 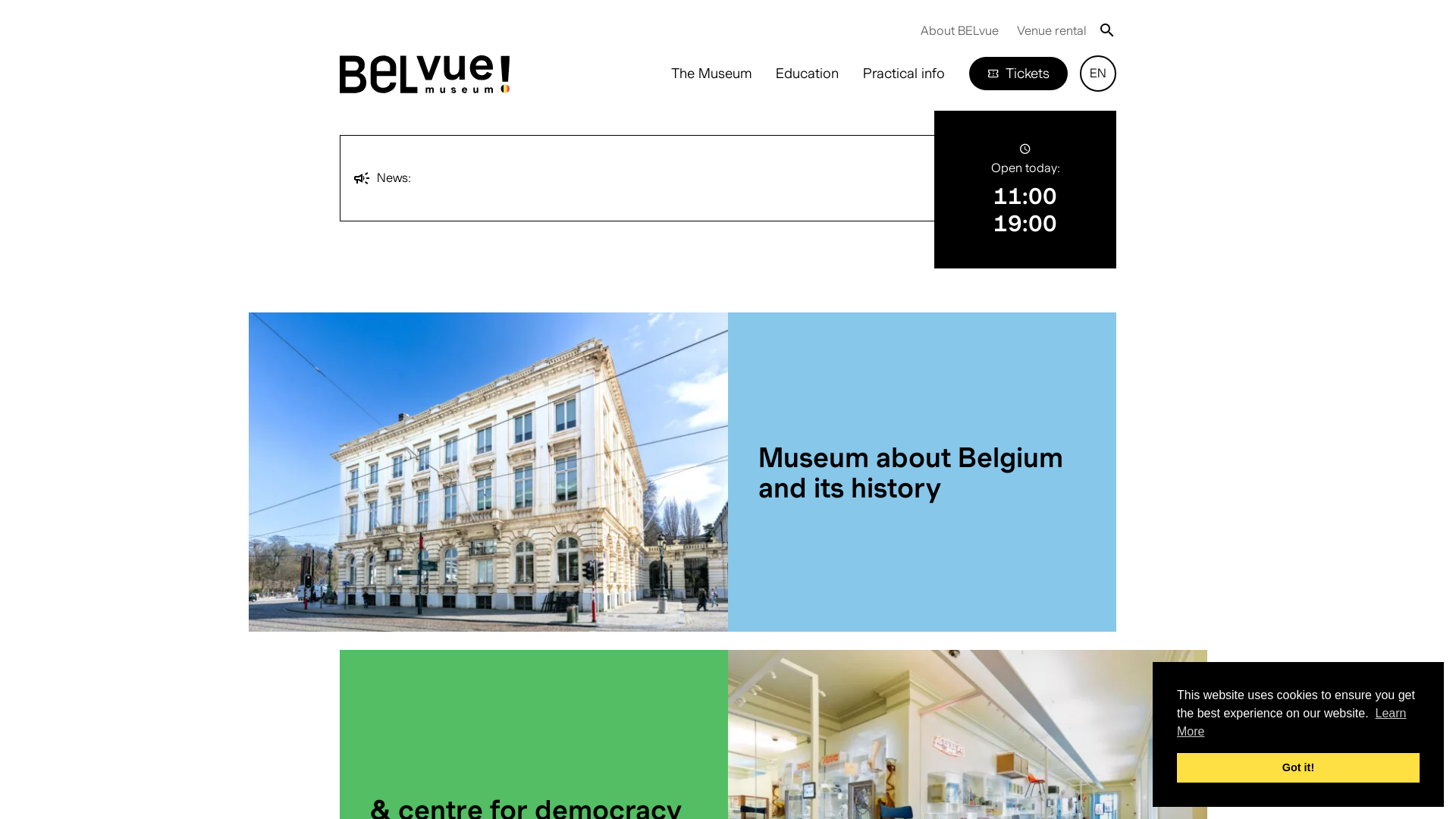 I want to click on 'Venue rental', so click(x=1050, y=30).